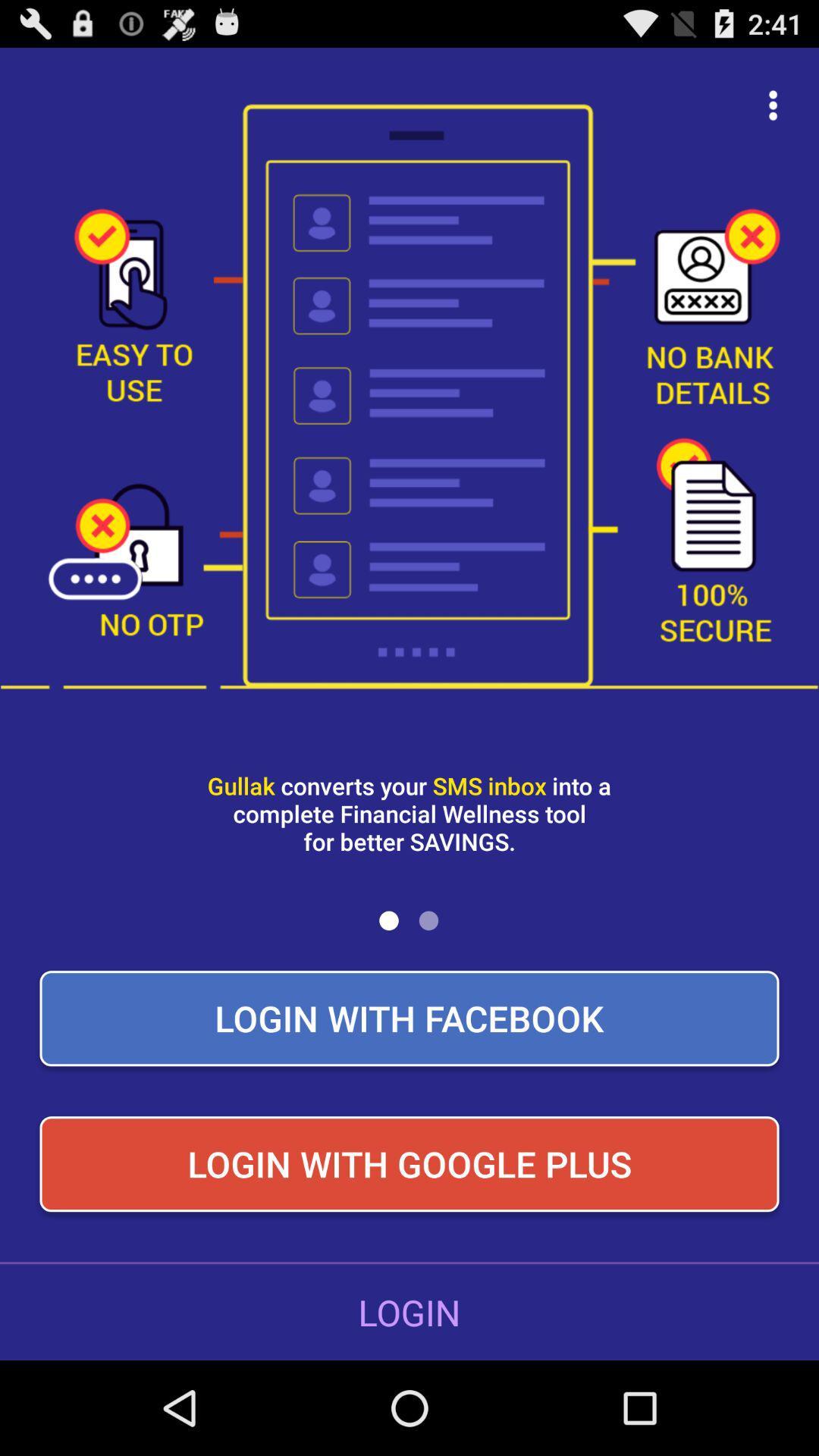  What do you see at coordinates (773, 111) in the screenshot?
I see `the more icon` at bounding box center [773, 111].